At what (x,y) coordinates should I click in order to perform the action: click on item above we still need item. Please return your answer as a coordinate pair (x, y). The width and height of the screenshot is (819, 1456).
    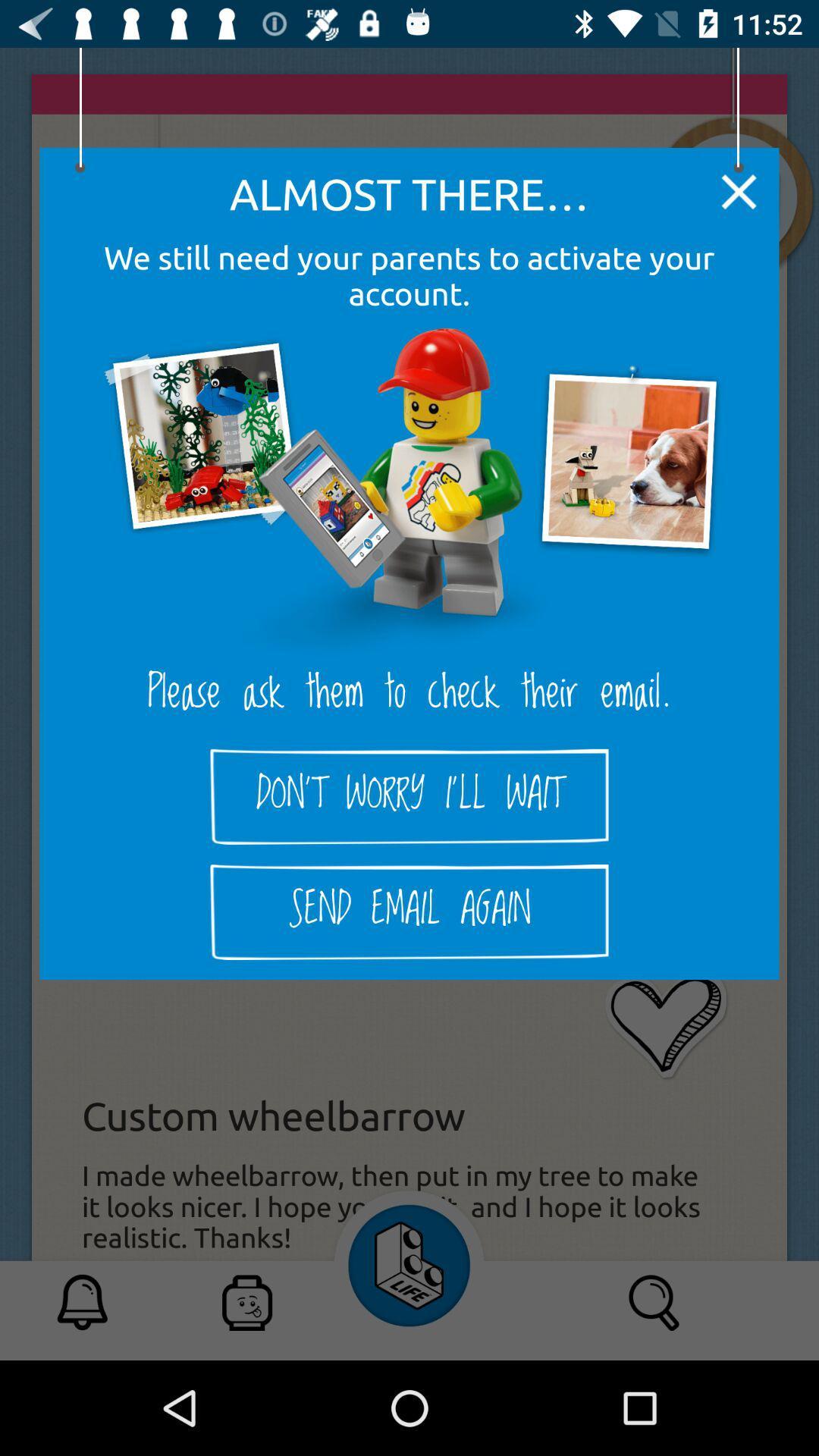
    Looking at the image, I should click on (738, 191).